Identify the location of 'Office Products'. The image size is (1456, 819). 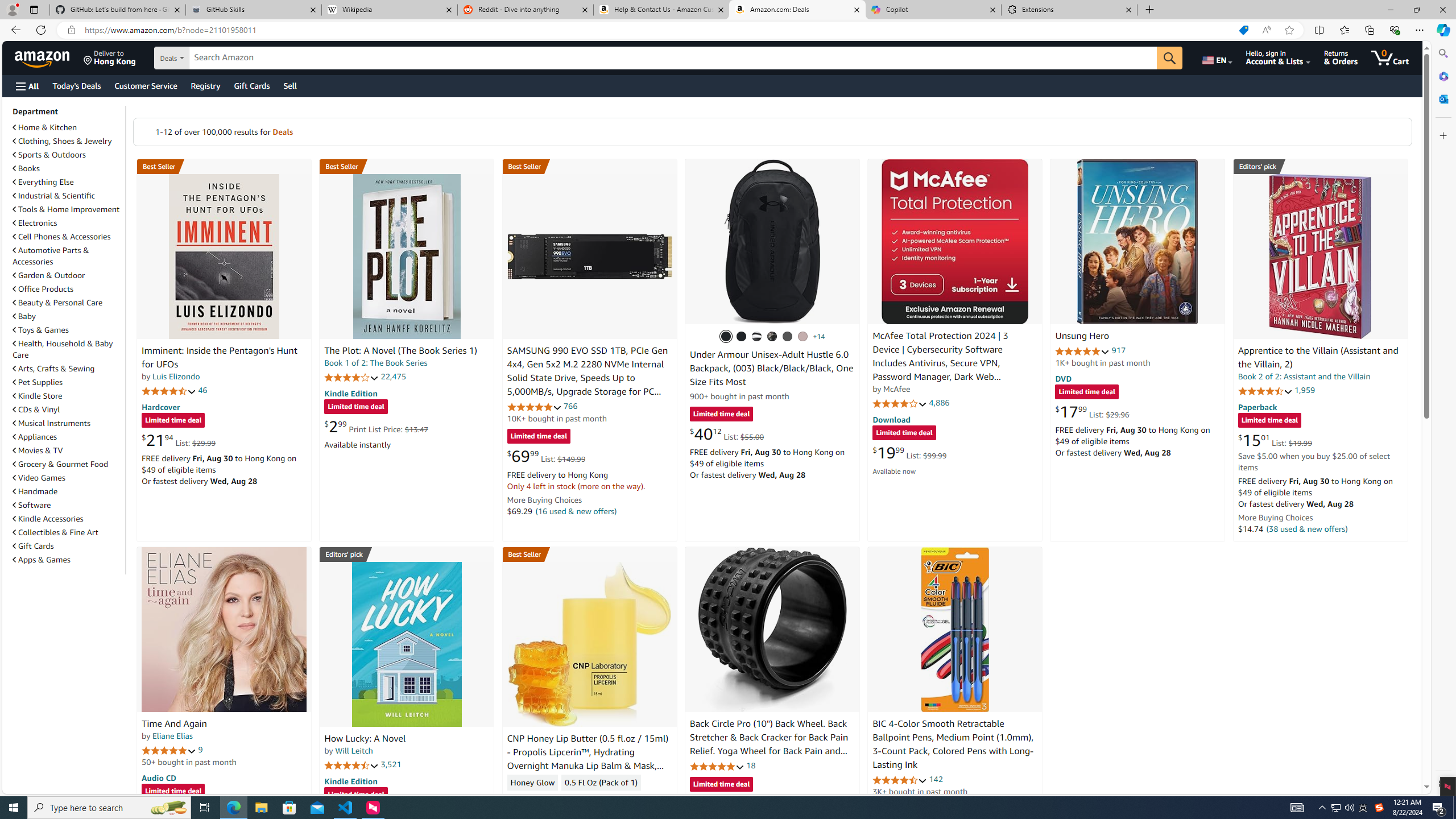
(43, 289).